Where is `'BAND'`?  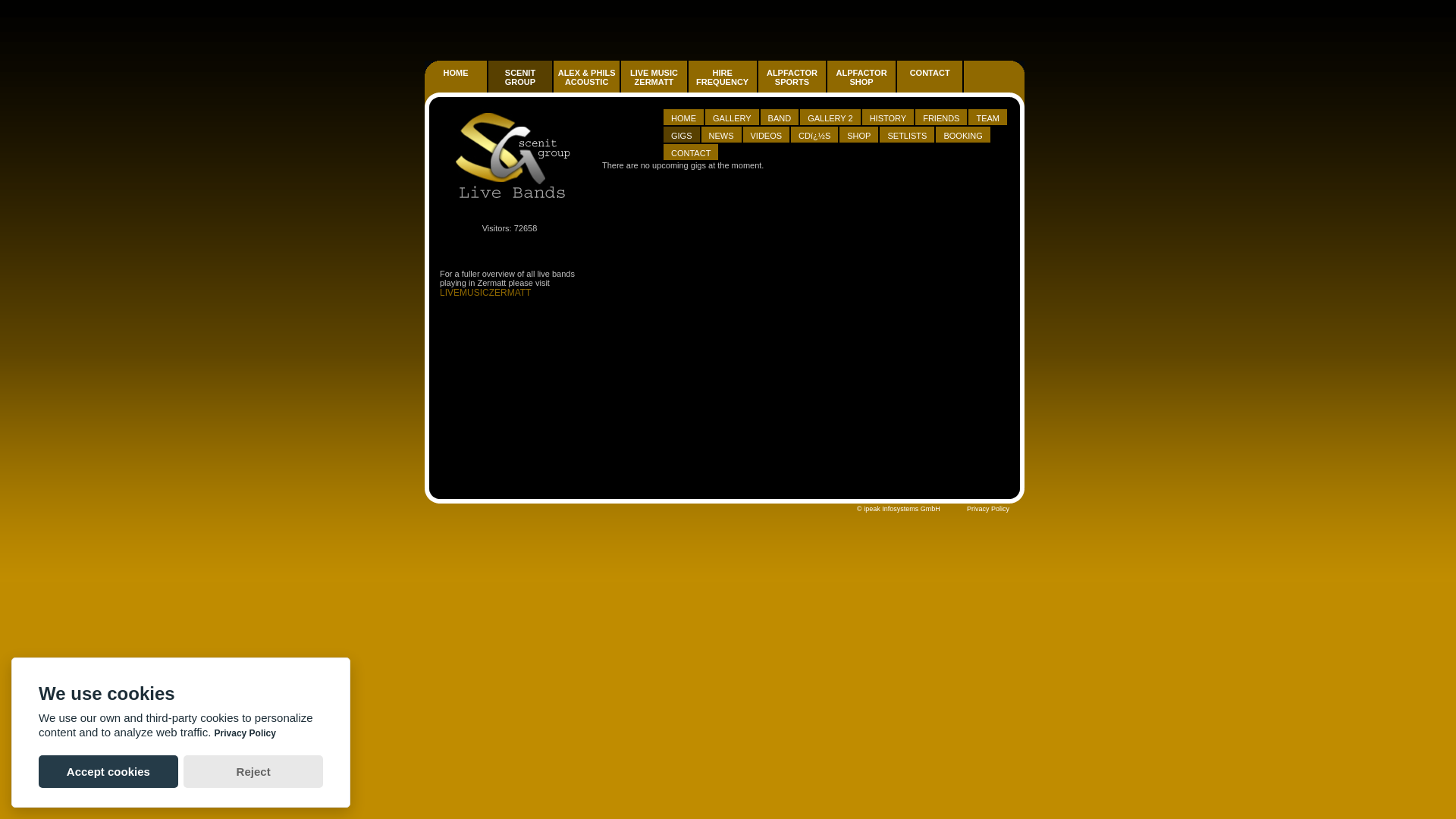
'BAND' is located at coordinates (780, 116).